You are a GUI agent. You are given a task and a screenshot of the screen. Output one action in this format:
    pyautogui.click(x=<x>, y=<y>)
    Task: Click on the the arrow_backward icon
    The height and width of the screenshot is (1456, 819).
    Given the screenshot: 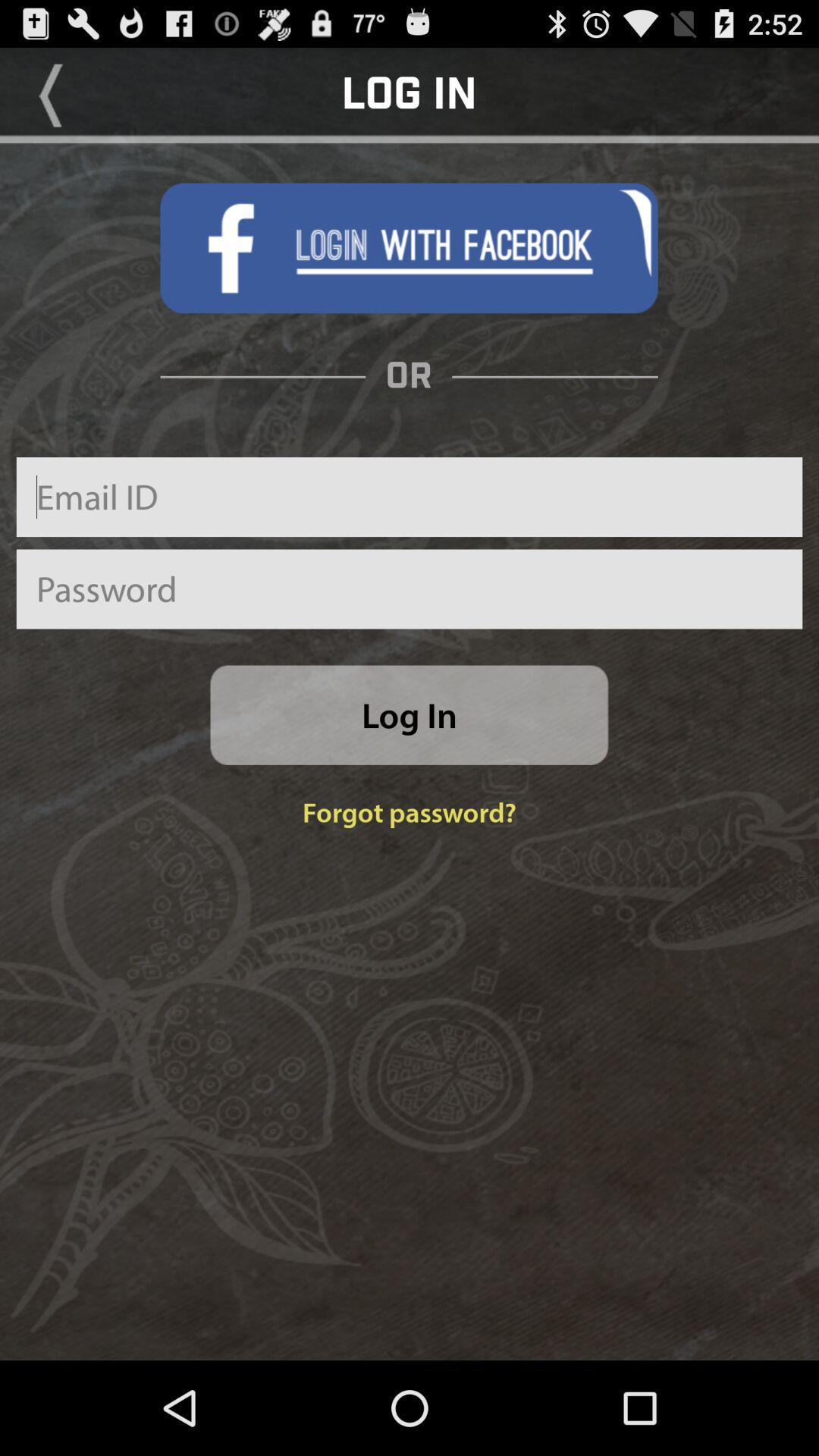 What is the action you would take?
    pyautogui.click(x=50, y=101)
    